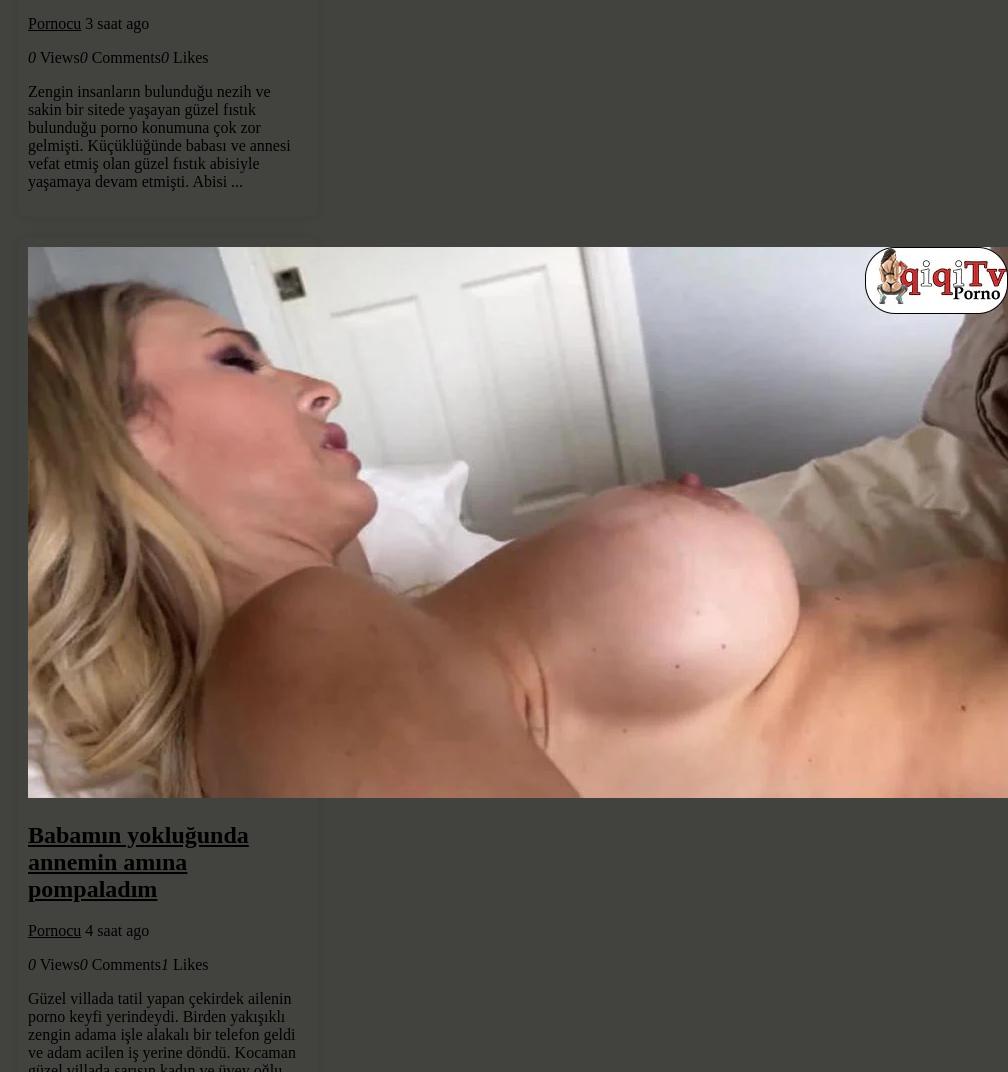 The image size is (1008, 1072). What do you see at coordinates (164, 963) in the screenshot?
I see `'1'` at bounding box center [164, 963].